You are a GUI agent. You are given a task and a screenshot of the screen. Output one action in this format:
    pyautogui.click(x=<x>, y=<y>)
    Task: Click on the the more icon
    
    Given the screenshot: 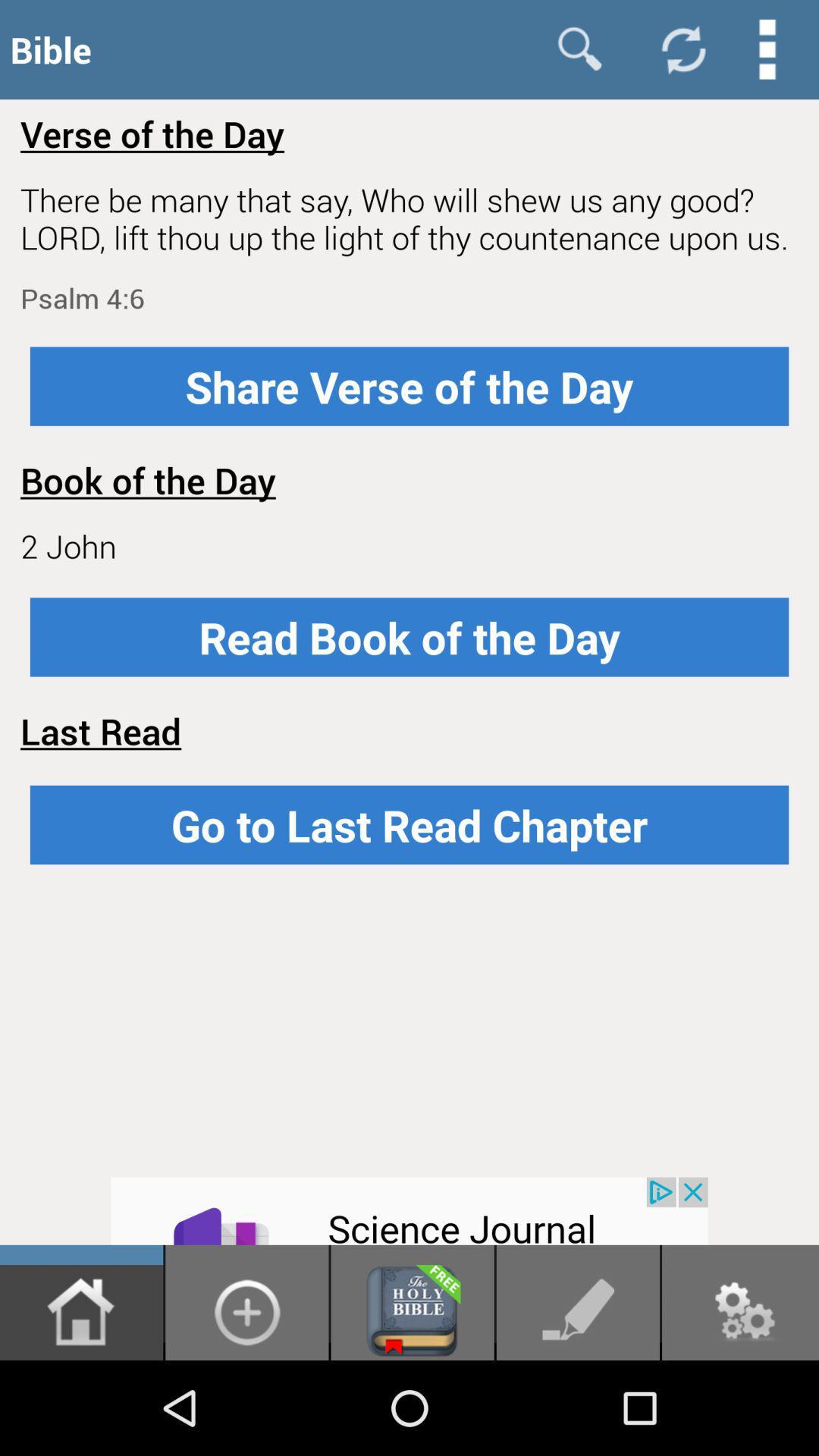 What is the action you would take?
    pyautogui.click(x=767, y=52)
    